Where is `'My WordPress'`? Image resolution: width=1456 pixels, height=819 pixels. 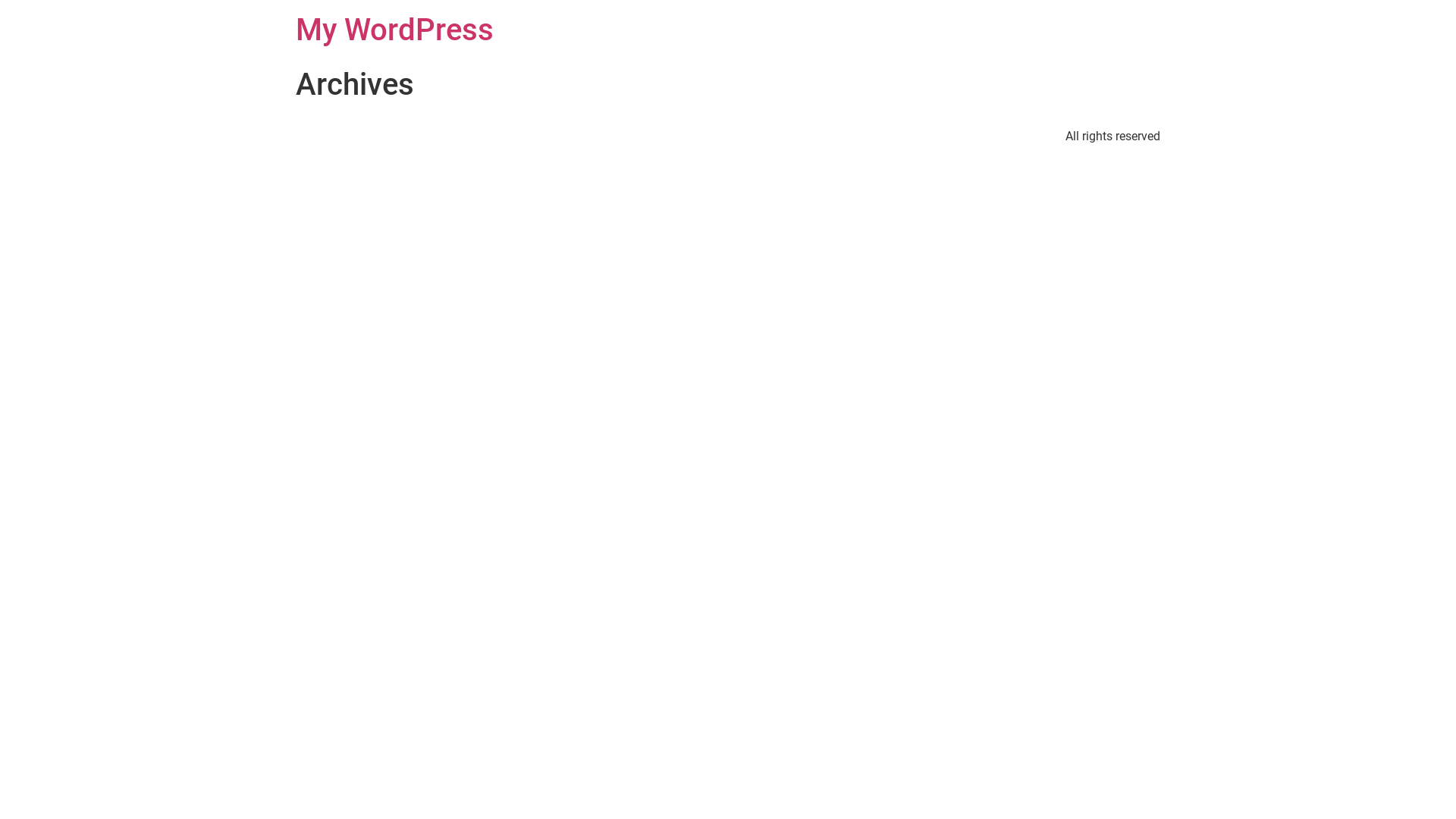
'My WordPress' is located at coordinates (394, 30).